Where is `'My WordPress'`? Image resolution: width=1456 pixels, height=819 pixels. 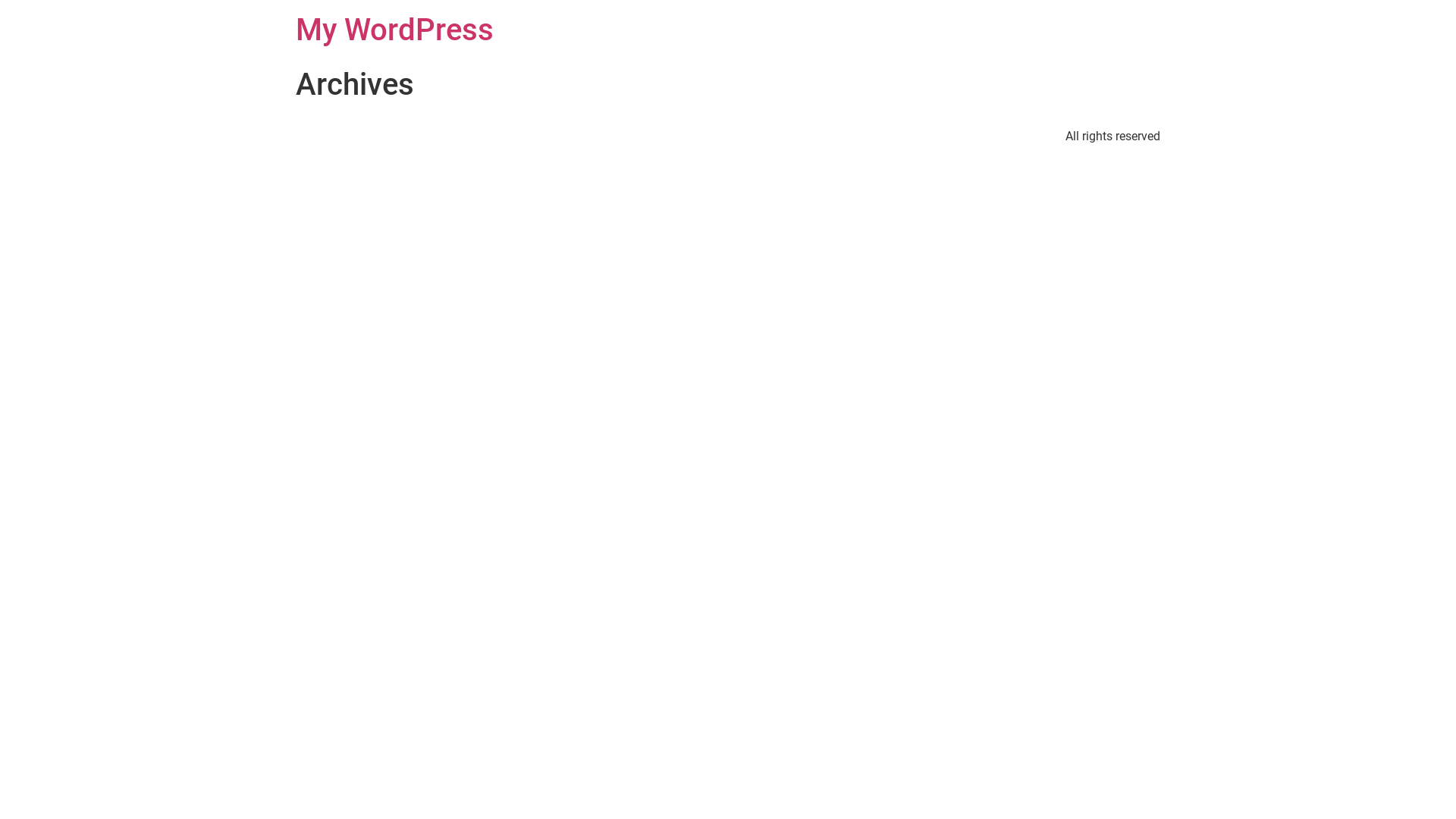
'My WordPress' is located at coordinates (394, 30).